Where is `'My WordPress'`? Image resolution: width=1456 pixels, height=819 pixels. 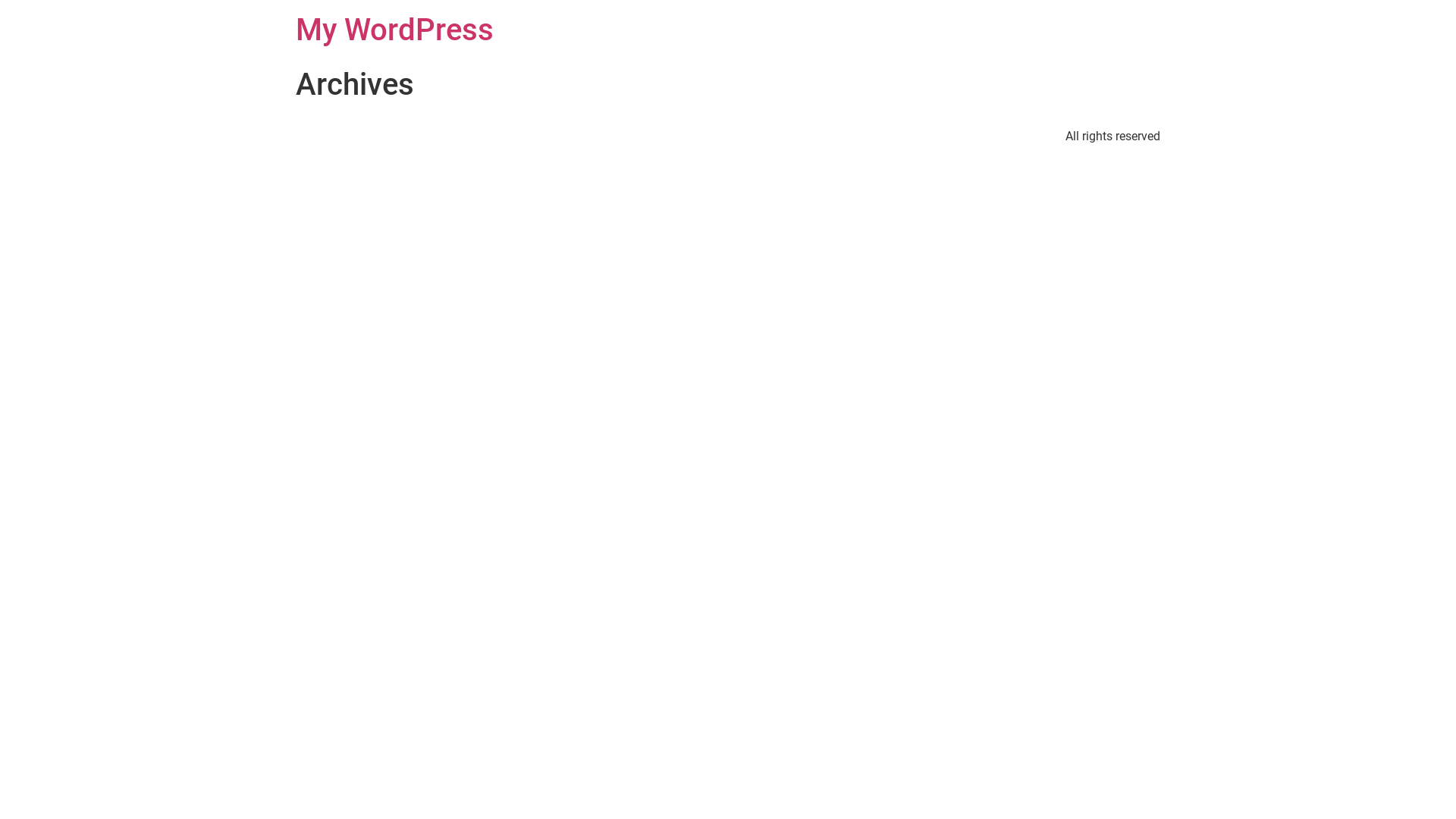
'My WordPress' is located at coordinates (394, 30).